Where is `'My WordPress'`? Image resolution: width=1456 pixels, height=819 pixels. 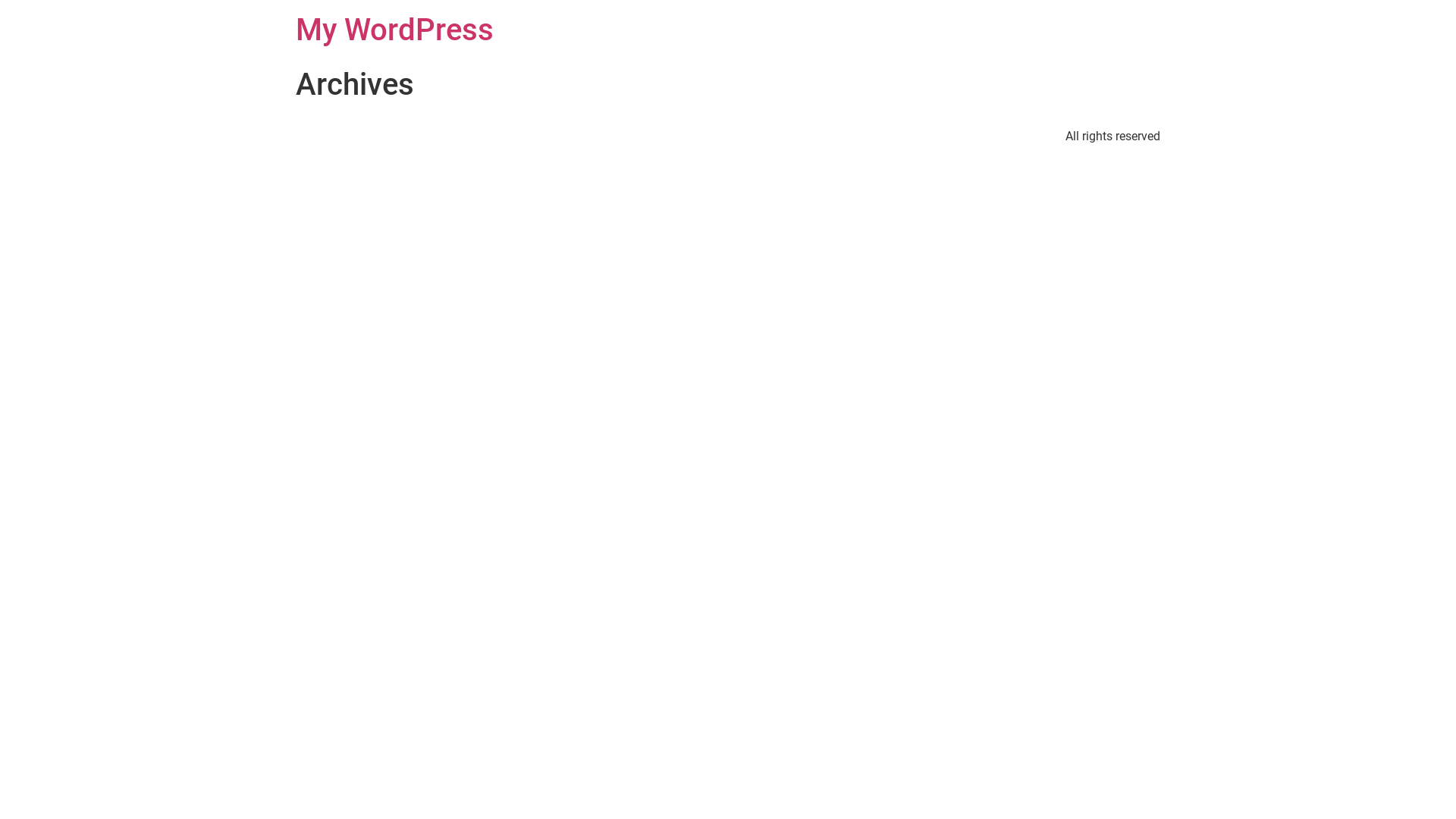
'My WordPress' is located at coordinates (394, 30).